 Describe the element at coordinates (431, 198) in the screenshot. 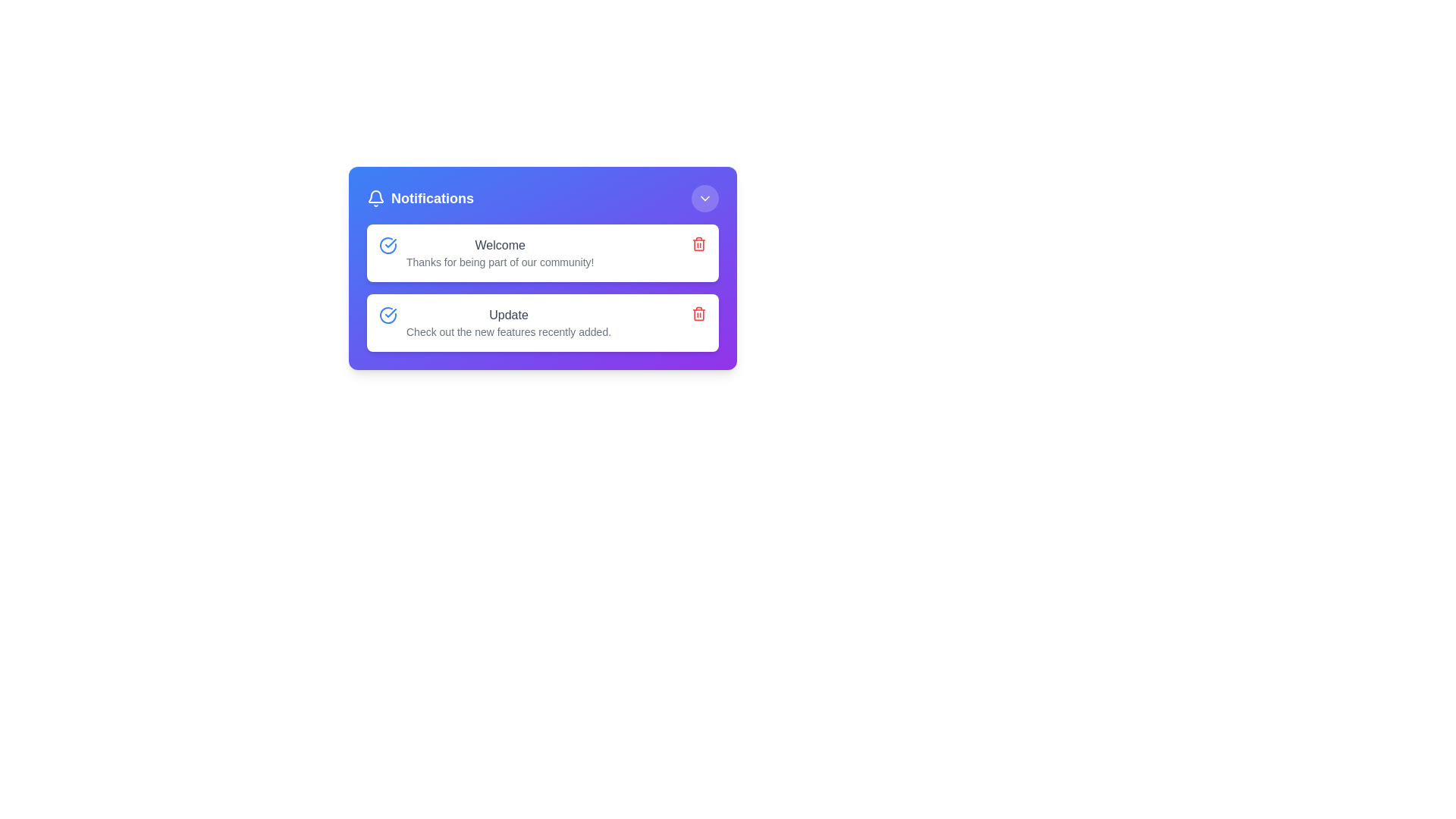

I see `text label that identifies the notification section at the top of the notification panel` at that location.